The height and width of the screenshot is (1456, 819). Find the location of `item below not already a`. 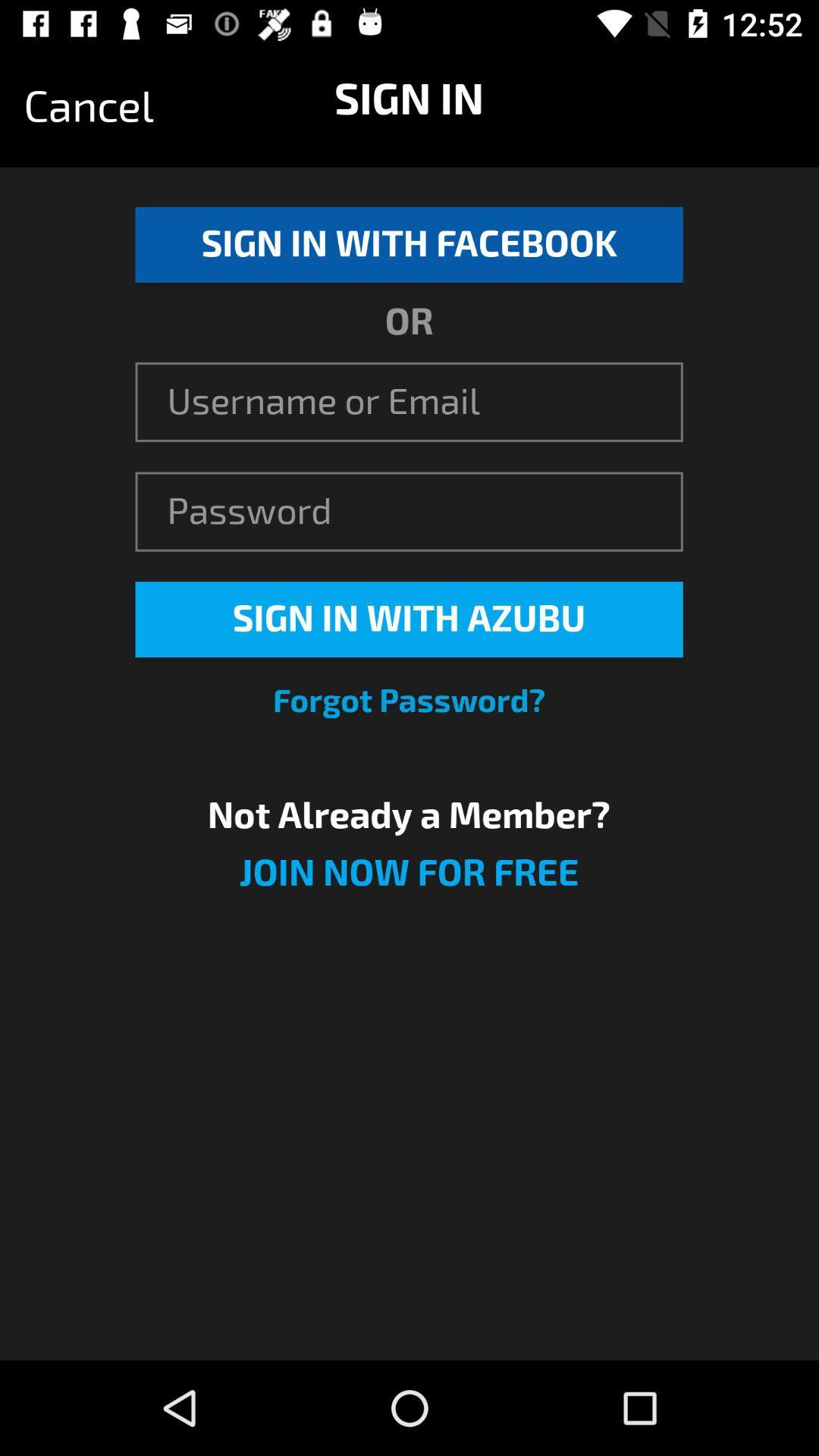

item below not already a is located at coordinates (408, 882).